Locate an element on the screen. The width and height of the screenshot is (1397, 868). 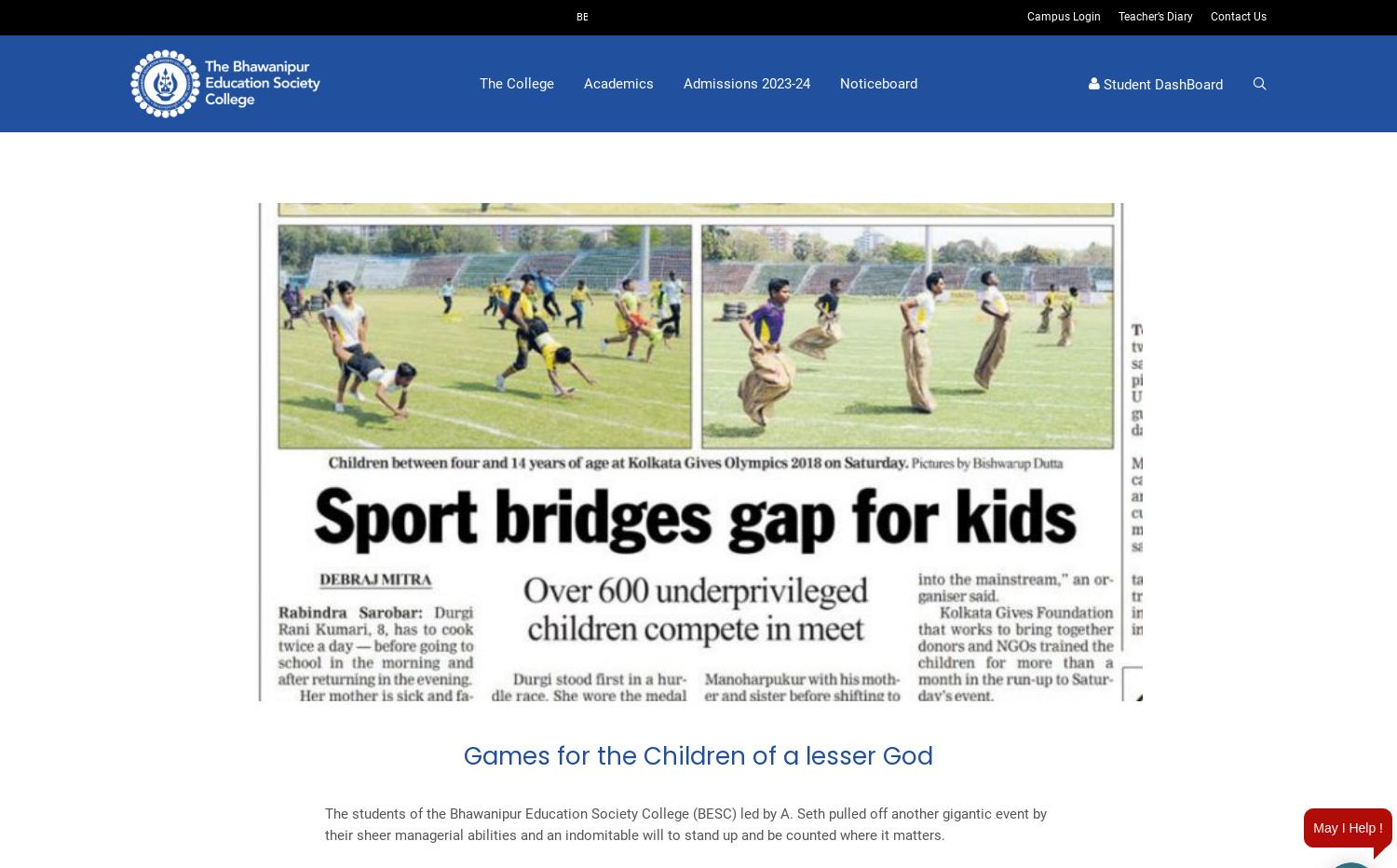
'Academics' is located at coordinates (618, 88).